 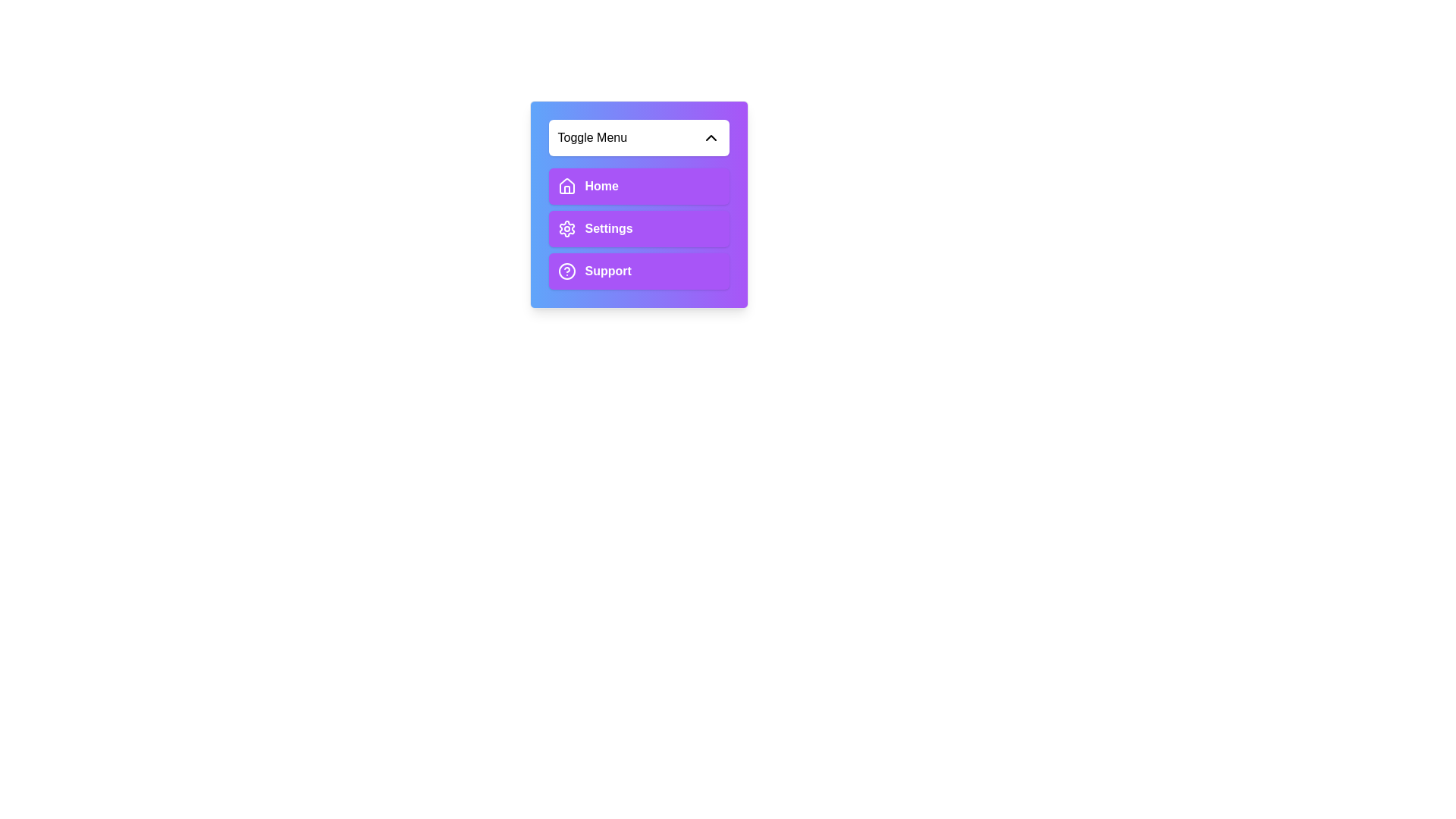 I want to click on the Text Label that indicates a link or action related to user support, located near the 'Support' button in the vertical menu, so click(x=608, y=271).